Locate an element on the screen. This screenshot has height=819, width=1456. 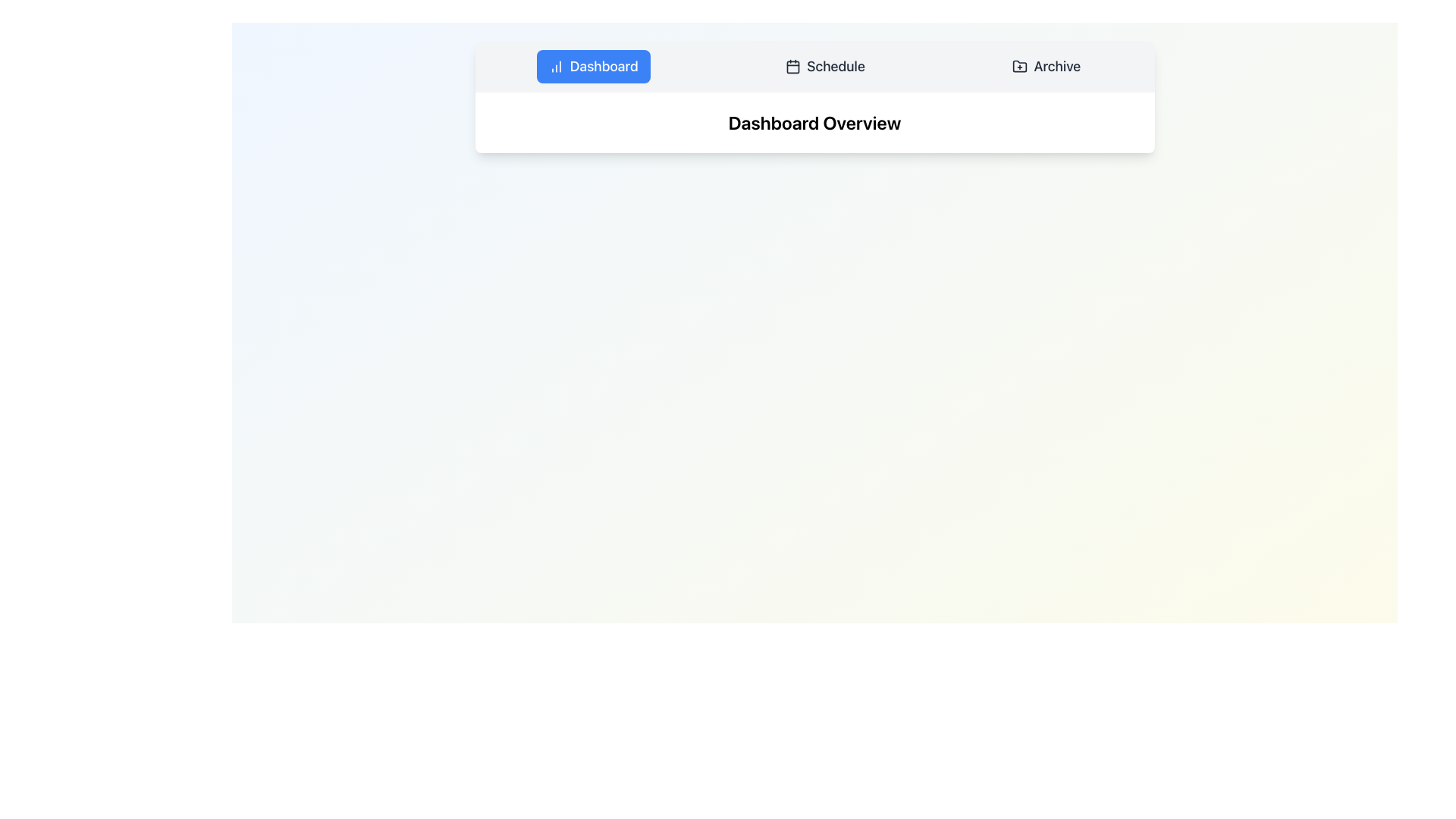
the minimalist calendar icon, which is a graphical representation with a rounded rectangle and grid structure, located at the top center of the user interface is located at coordinates (792, 66).